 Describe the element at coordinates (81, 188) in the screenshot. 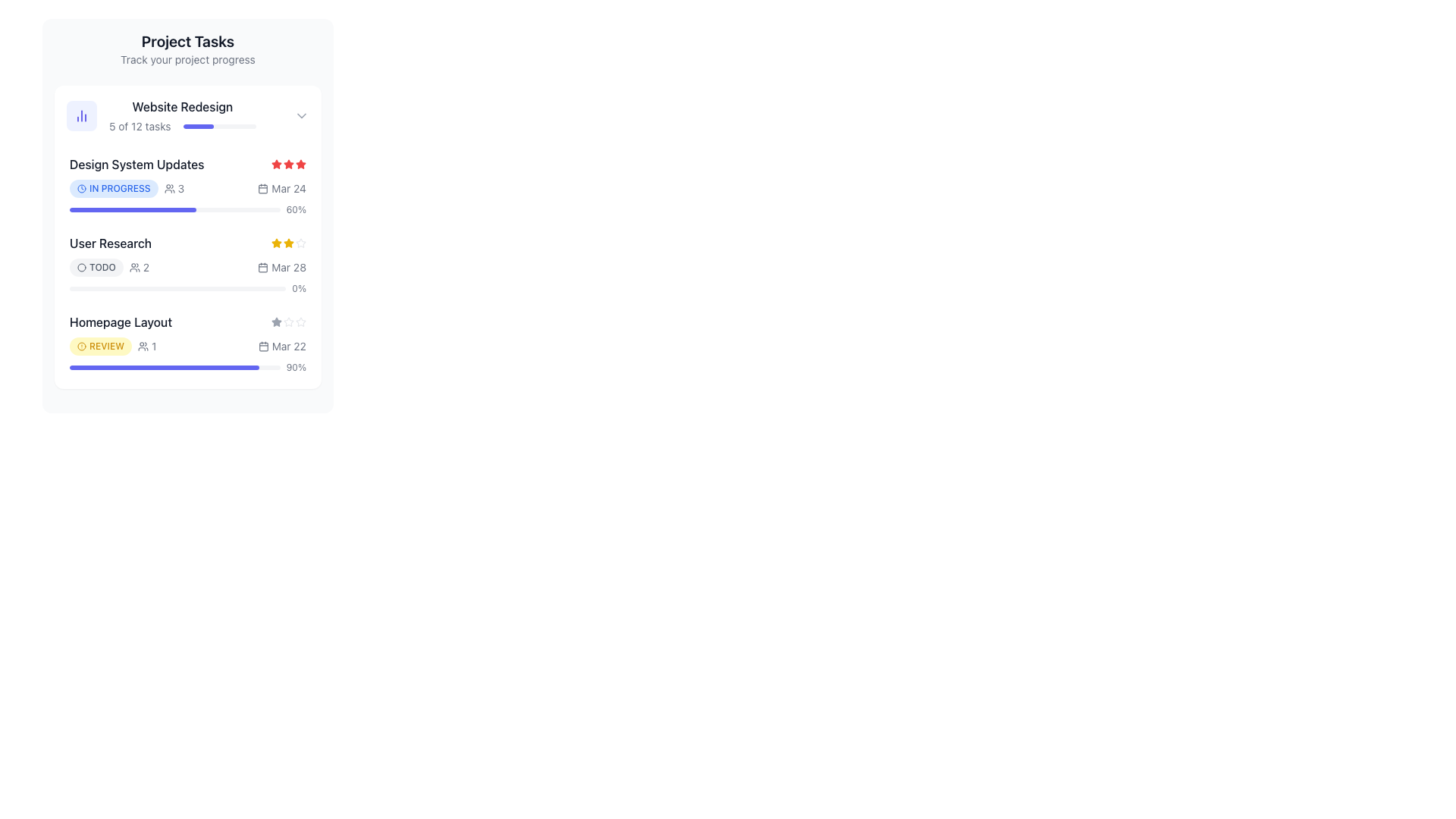

I see `the clock icon indicating the status of the task 'IN PROGRESS' within the blue badge for 'Design System Updates'` at that location.